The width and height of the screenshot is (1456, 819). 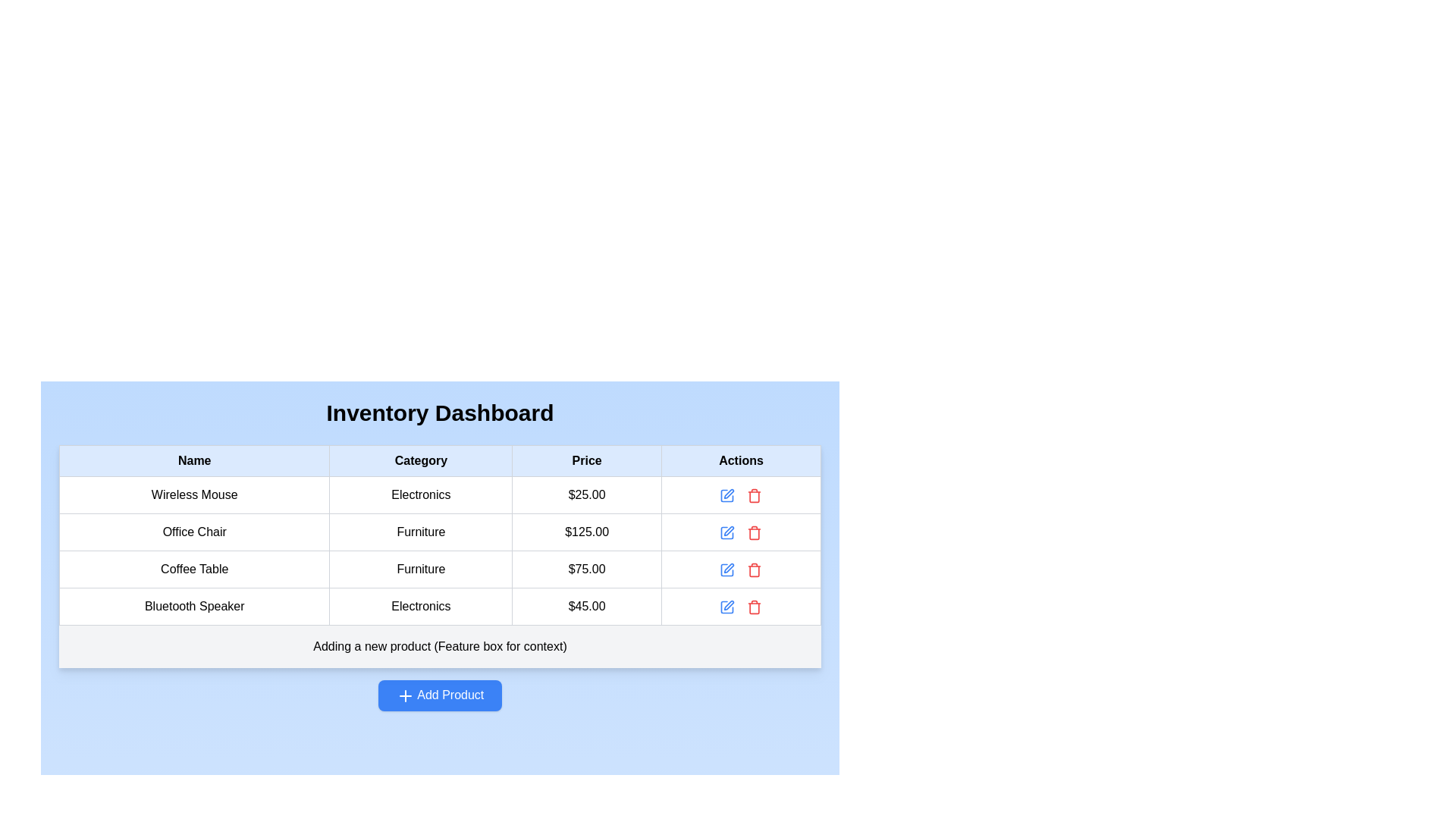 I want to click on the delete button located in the 'Actions' column of the first row, adjacent to 'Wireless Mouse', so click(x=755, y=494).